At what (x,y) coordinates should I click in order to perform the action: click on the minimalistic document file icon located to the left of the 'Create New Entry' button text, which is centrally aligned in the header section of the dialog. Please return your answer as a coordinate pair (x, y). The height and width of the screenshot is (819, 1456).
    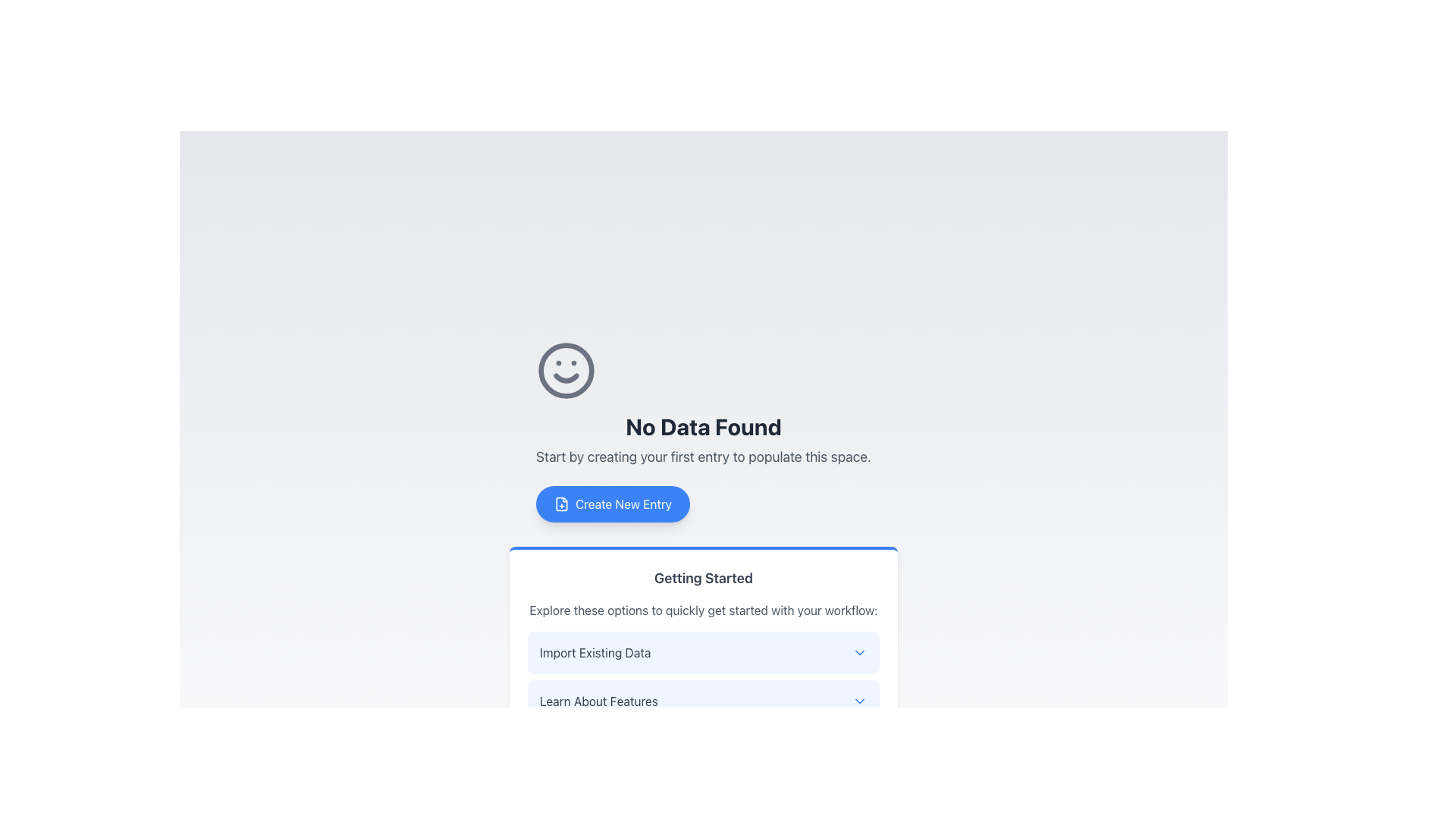
    Looking at the image, I should click on (561, 504).